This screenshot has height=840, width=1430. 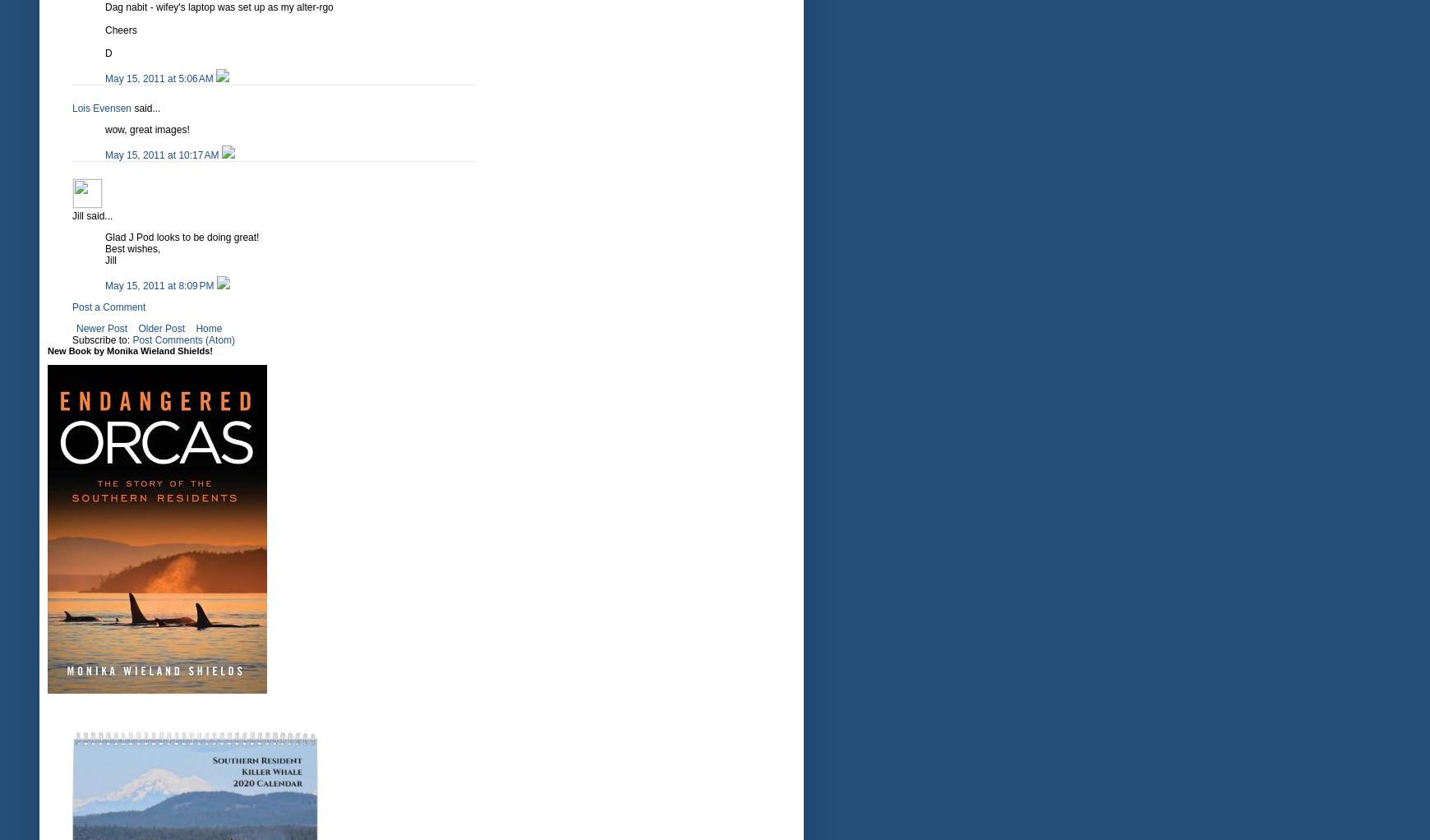 What do you see at coordinates (183, 340) in the screenshot?
I see `'Post Comments (Atom)'` at bounding box center [183, 340].